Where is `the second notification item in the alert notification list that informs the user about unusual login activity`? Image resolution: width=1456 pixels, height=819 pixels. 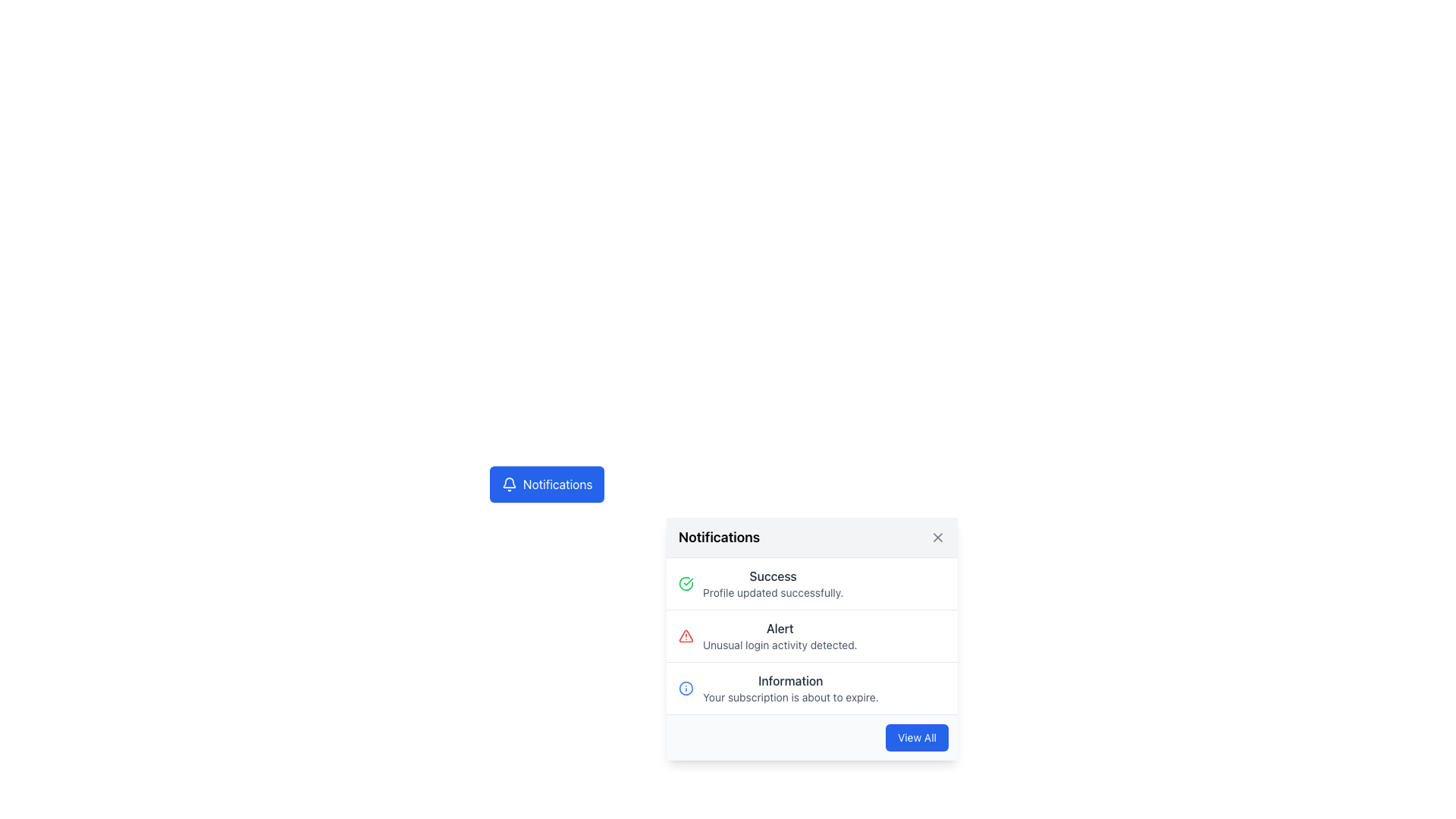
the second notification item in the alert notification list that informs the user about unusual login activity is located at coordinates (811, 635).